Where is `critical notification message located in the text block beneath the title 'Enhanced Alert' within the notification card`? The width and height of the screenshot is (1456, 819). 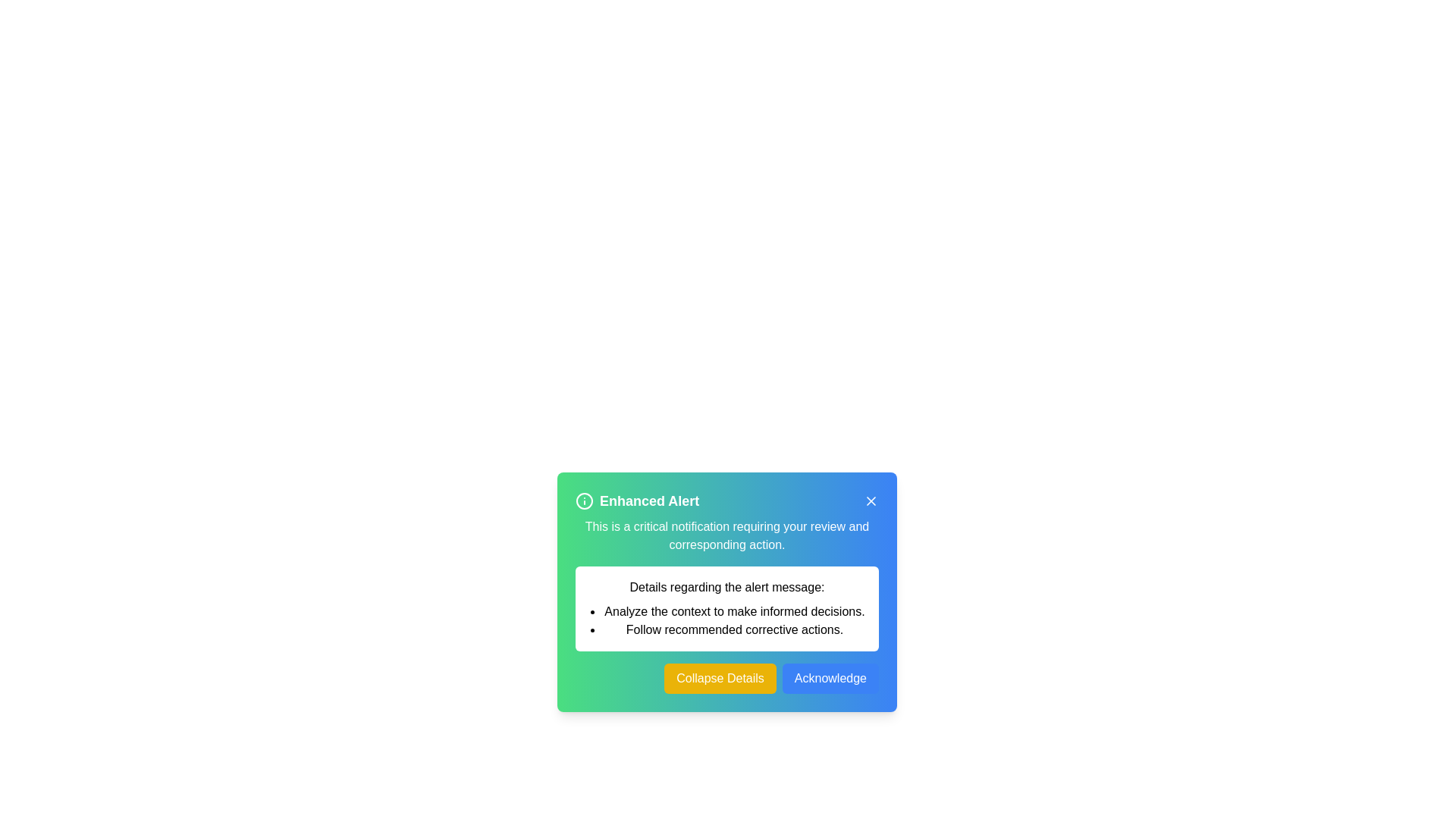
critical notification message located in the text block beneath the title 'Enhanced Alert' within the notification card is located at coordinates (726, 535).